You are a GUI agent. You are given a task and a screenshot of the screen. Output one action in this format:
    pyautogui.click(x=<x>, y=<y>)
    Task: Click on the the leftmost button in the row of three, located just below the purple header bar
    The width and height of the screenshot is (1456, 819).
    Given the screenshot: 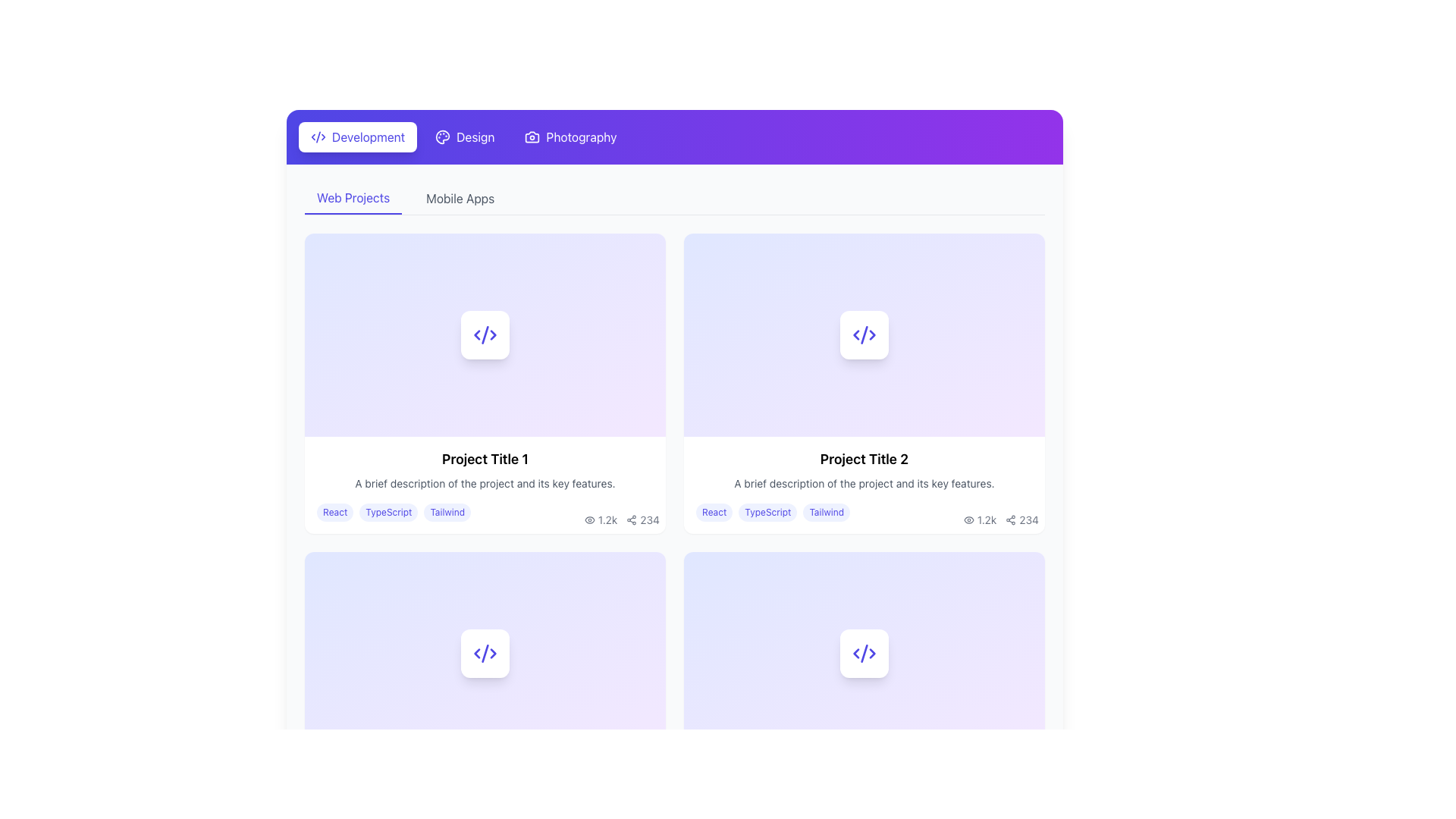 What is the action you would take?
    pyautogui.click(x=357, y=137)
    